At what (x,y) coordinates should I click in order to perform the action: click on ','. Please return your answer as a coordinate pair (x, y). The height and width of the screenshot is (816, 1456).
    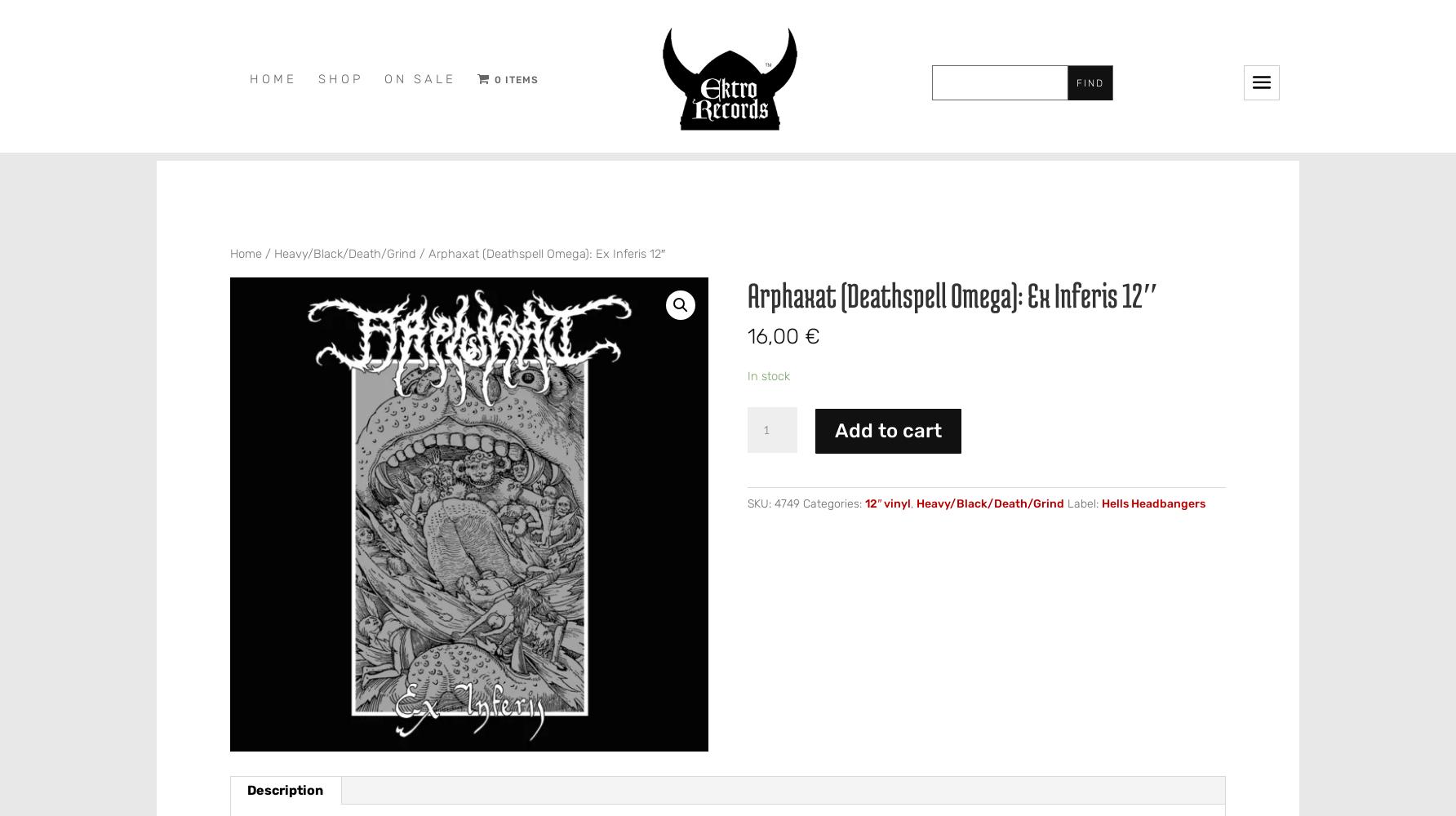
    Looking at the image, I should click on (913, 503).